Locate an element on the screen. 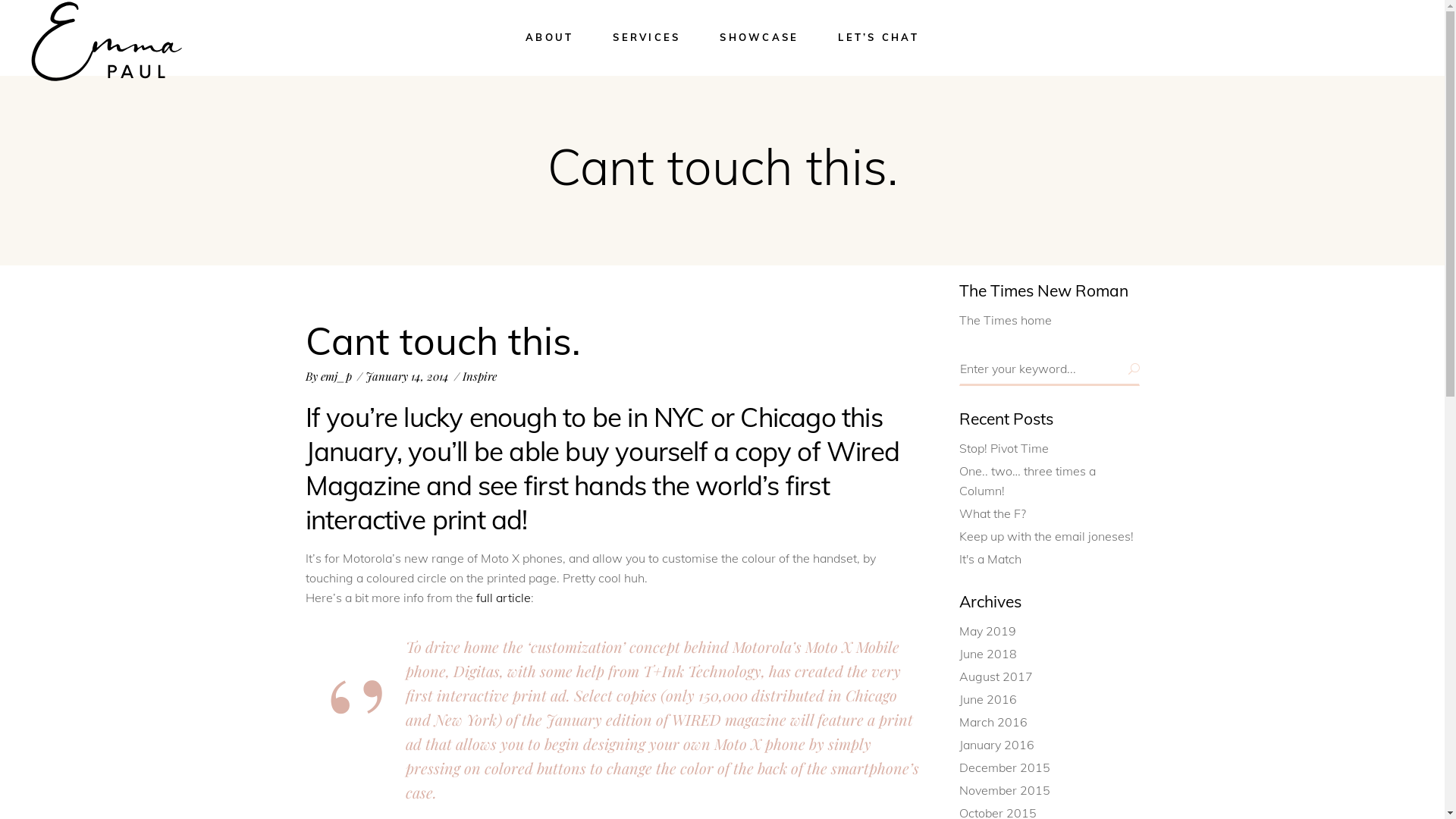 This screenshot has width=1456, height=819. 'Stop! Pivot Time' is located at coordinates (1004, 447).